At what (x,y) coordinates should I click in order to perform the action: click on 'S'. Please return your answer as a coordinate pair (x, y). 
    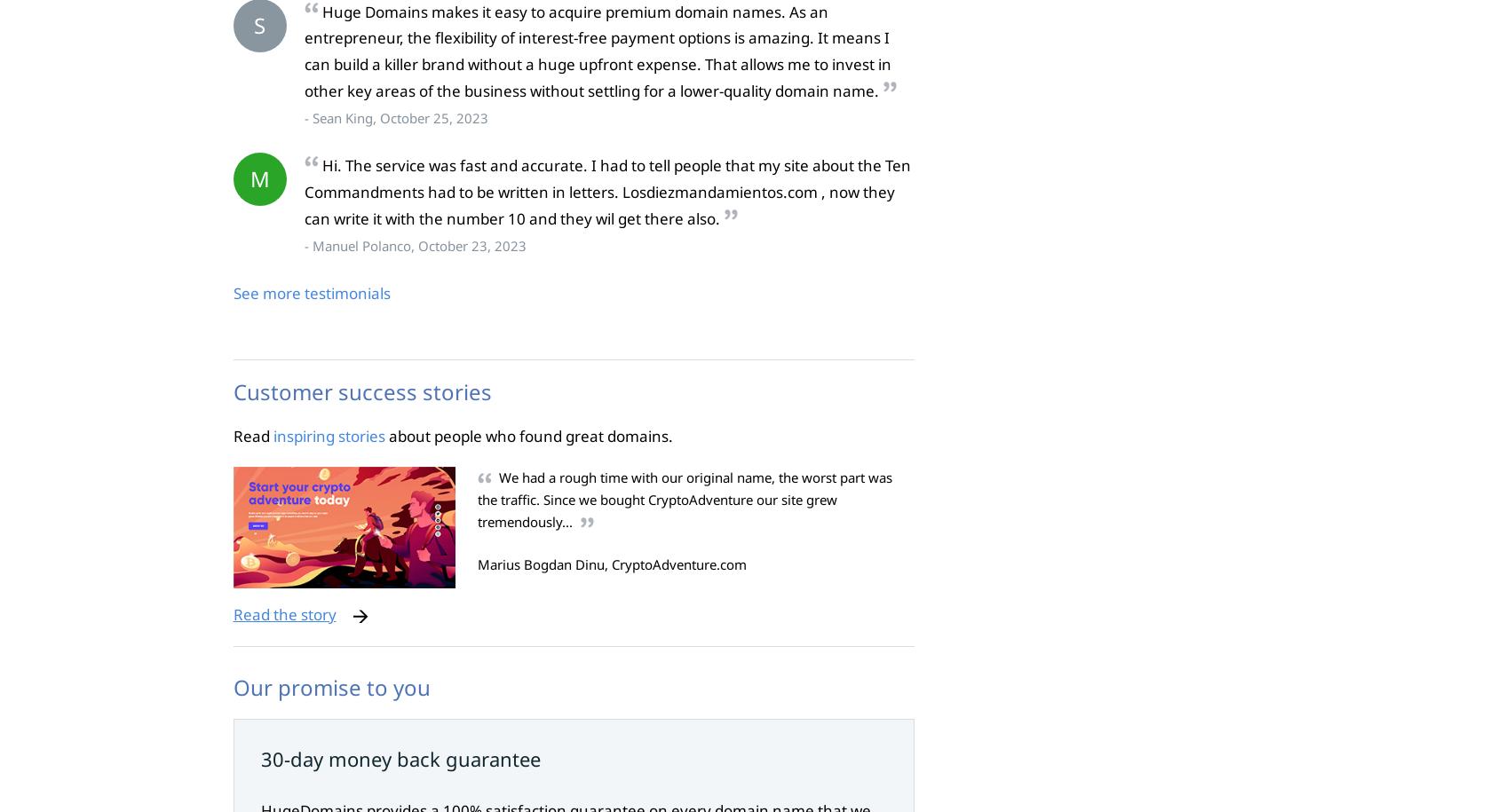
    Looking at the image, I should click on (253, 24).